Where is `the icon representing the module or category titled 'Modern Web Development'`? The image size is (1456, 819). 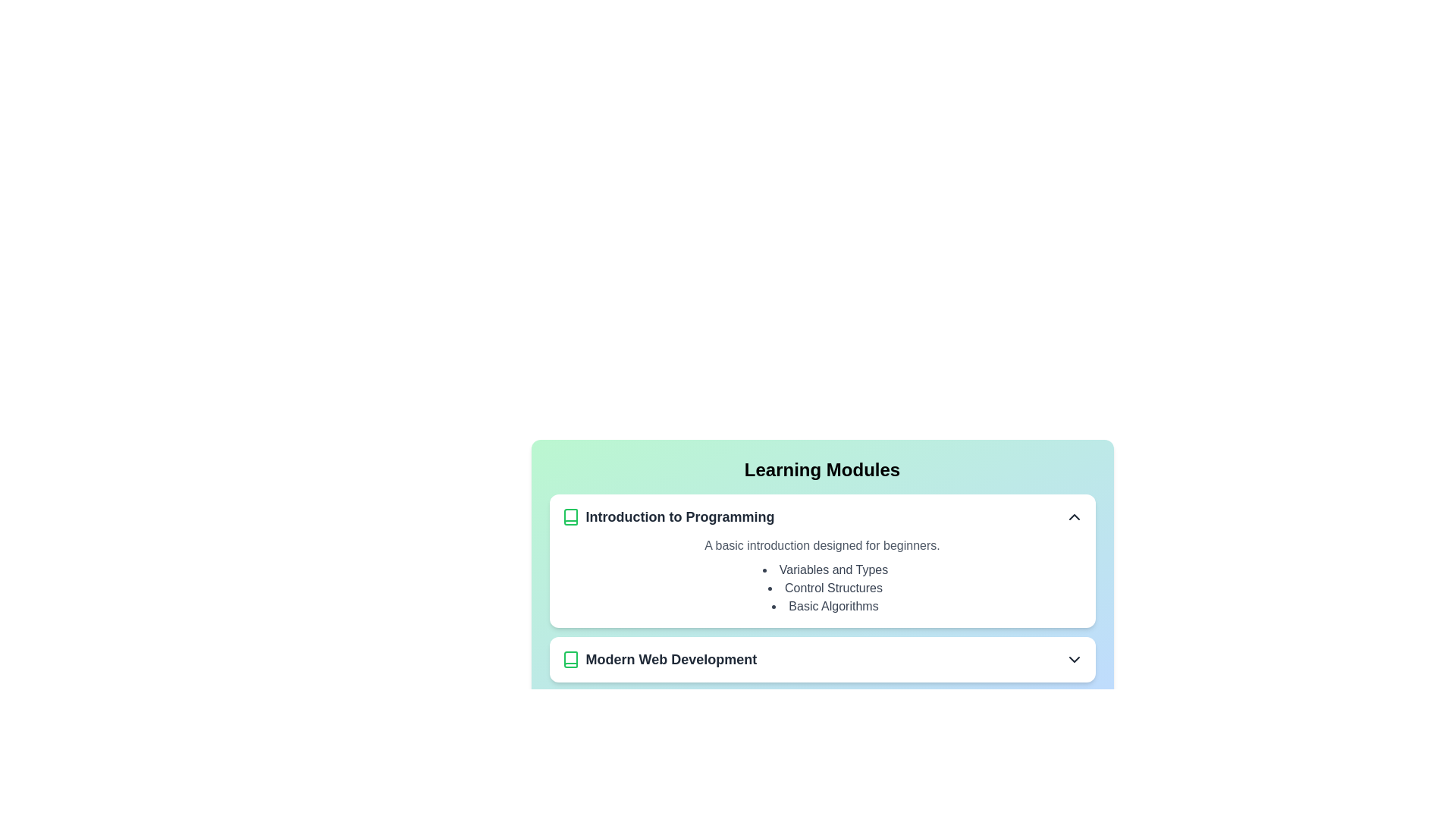
the icon representing the module or category titled 'Modern Web Development' is located at coordinates (570, 659).